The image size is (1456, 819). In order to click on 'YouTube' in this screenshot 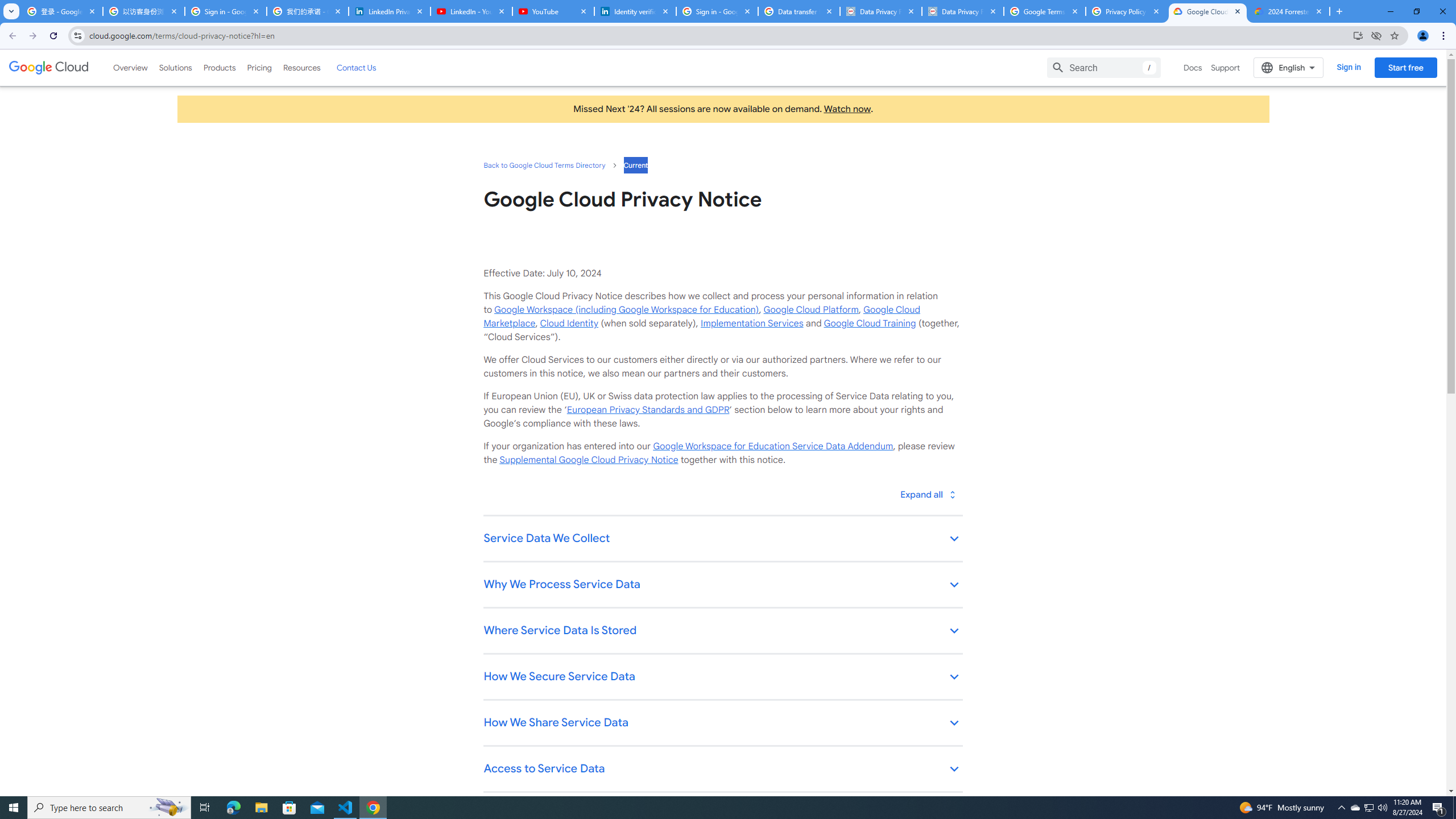, I will do `click(552, 11)`.